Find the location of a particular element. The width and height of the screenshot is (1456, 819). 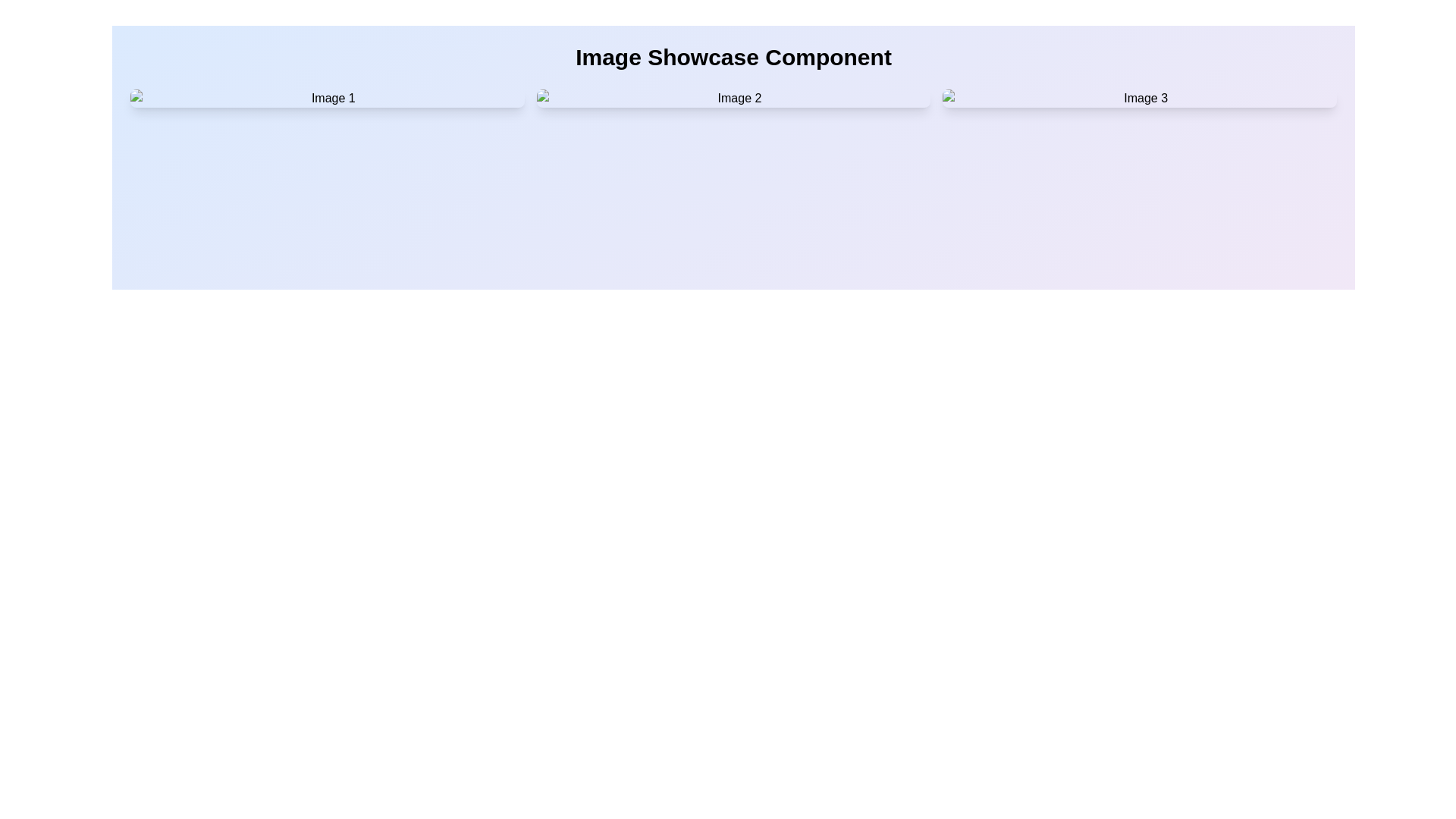

the Grid layout element that showcases three distinct items or images, located below the header titled 'Image Showcase Component' is located at coordinates (733, 99).